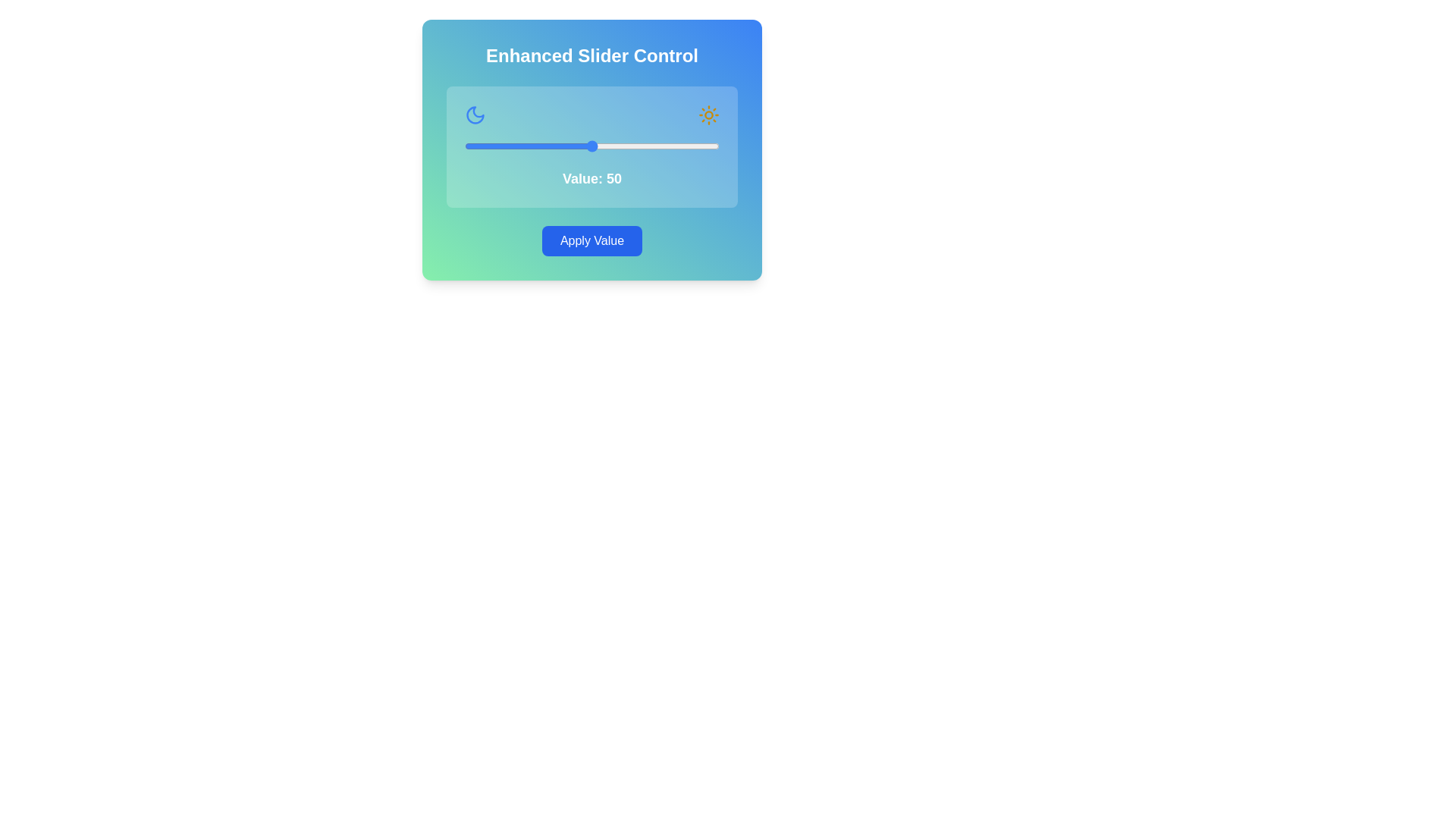 The height and width of the screenshot is (819, 1456). I want to click on the slider, so click(688, 146).